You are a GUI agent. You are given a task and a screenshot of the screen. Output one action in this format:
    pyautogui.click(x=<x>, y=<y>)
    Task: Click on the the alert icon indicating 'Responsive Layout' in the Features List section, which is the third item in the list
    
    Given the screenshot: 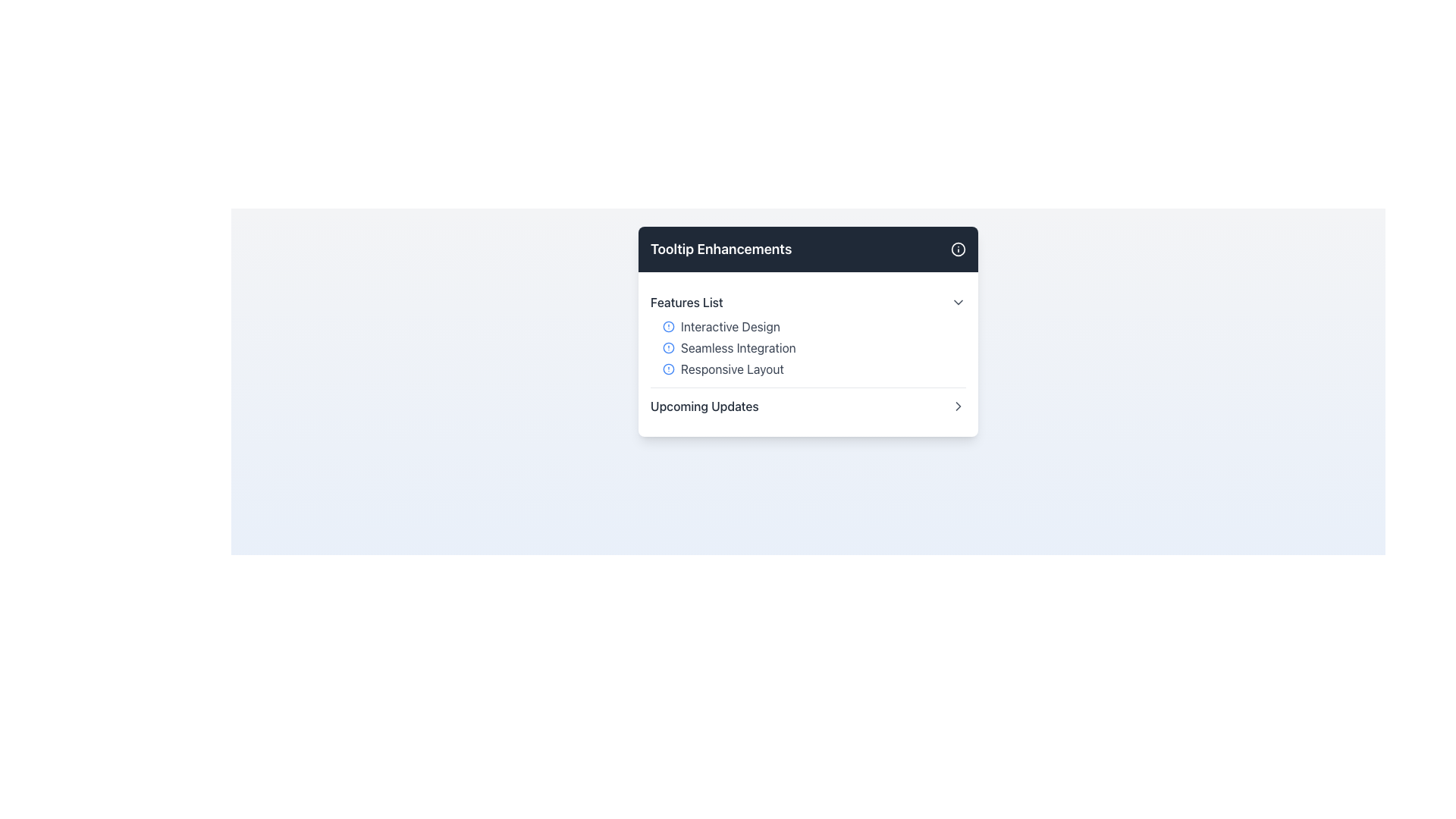 What is the action you would take?
    pyautogui.click(x=668, y=369)
    